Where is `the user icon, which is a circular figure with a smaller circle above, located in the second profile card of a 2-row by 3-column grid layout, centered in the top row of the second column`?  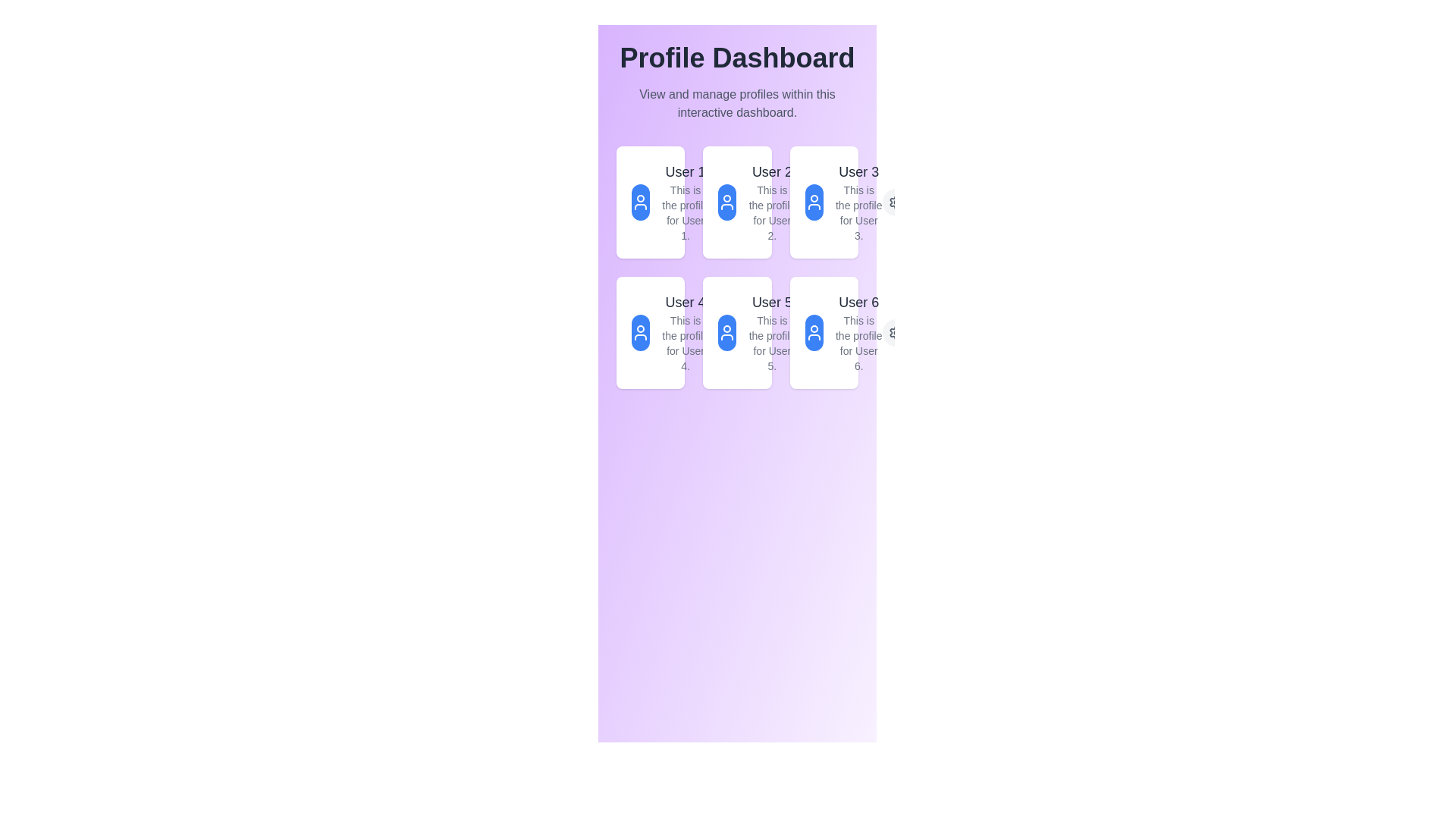 the user icon, which is a circular figure with a smaller circle above, located in the second profile card of a 2-row by 3-column grid layout, centered in the top row of the second column is located at coordinates (726, 201).